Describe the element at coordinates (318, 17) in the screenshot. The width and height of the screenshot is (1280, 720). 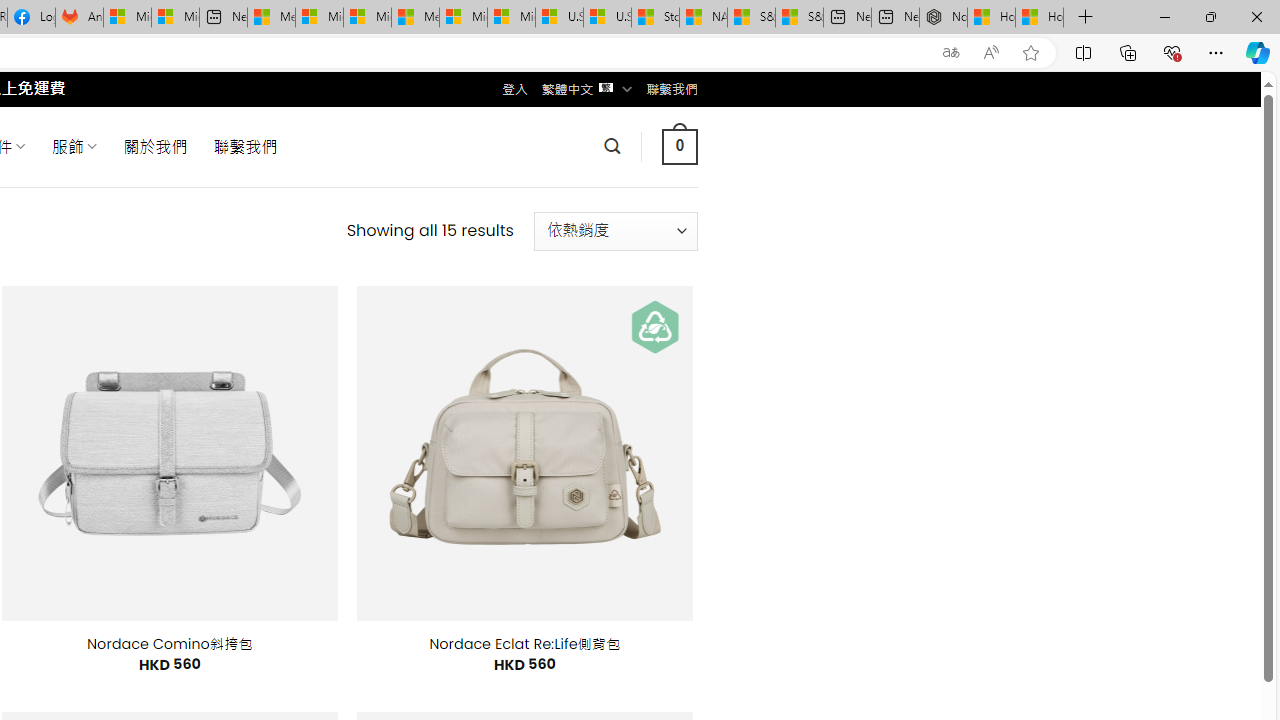
I see `'Microsoft account | Privacy'` at that location.